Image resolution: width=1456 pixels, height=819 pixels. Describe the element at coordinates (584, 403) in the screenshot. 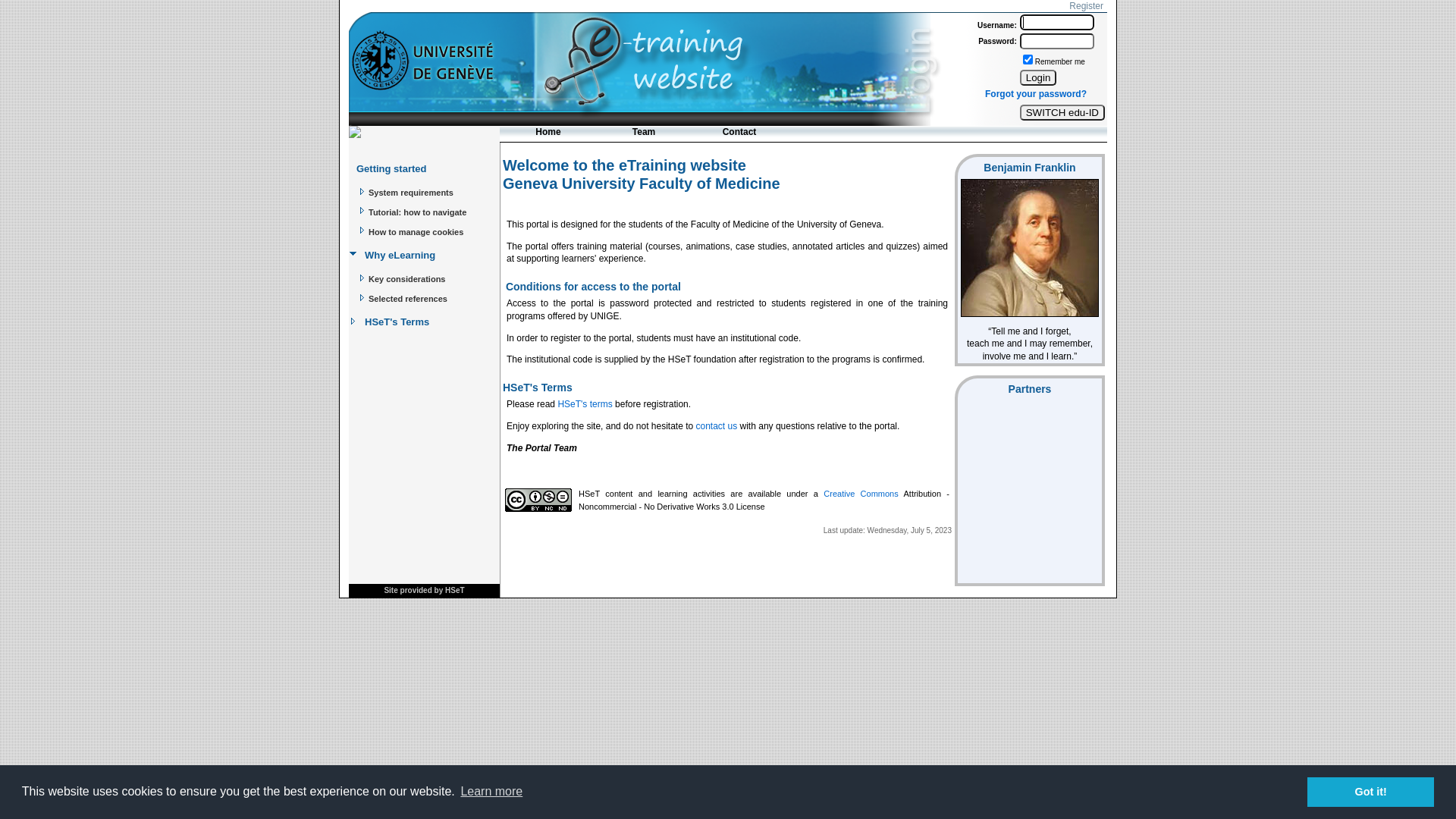

I see `'HSeT's terms'` at that location.